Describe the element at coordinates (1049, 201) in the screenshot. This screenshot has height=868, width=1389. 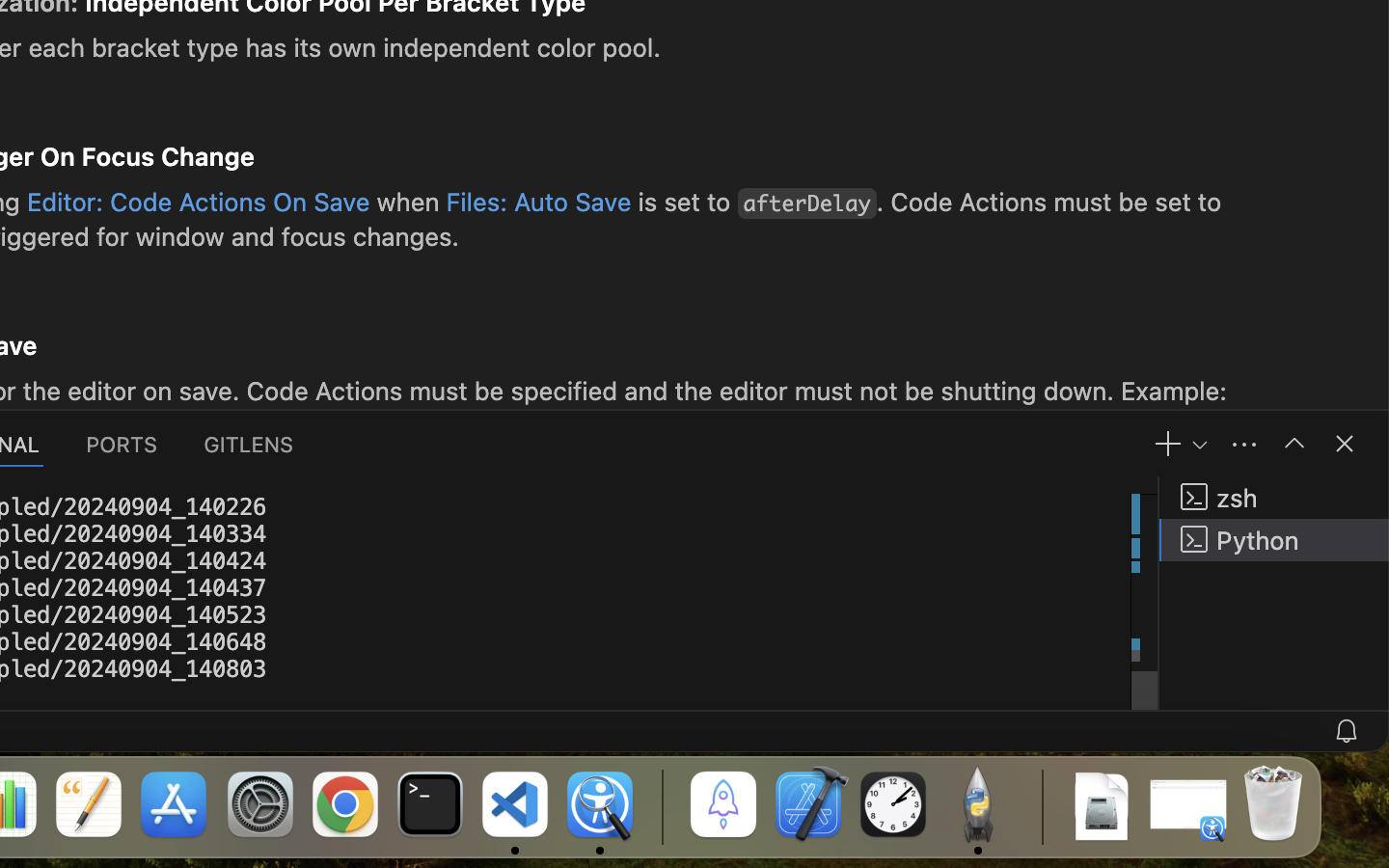
I see `'. Code Actions must be set to'` at that location.